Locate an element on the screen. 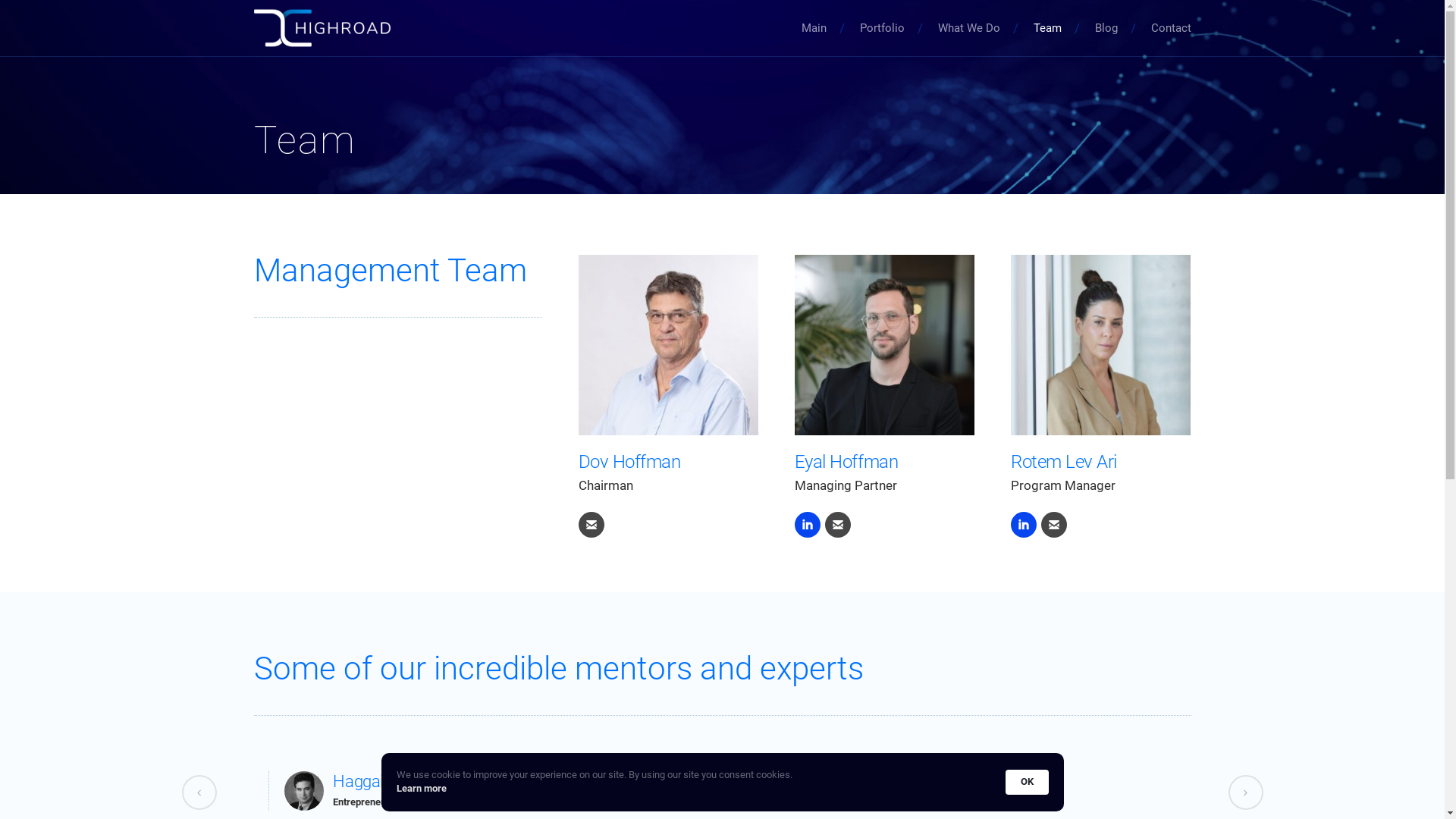  'Eyal-1-77b-SQ-comp - Copy' is located at coordinates (793, 344).